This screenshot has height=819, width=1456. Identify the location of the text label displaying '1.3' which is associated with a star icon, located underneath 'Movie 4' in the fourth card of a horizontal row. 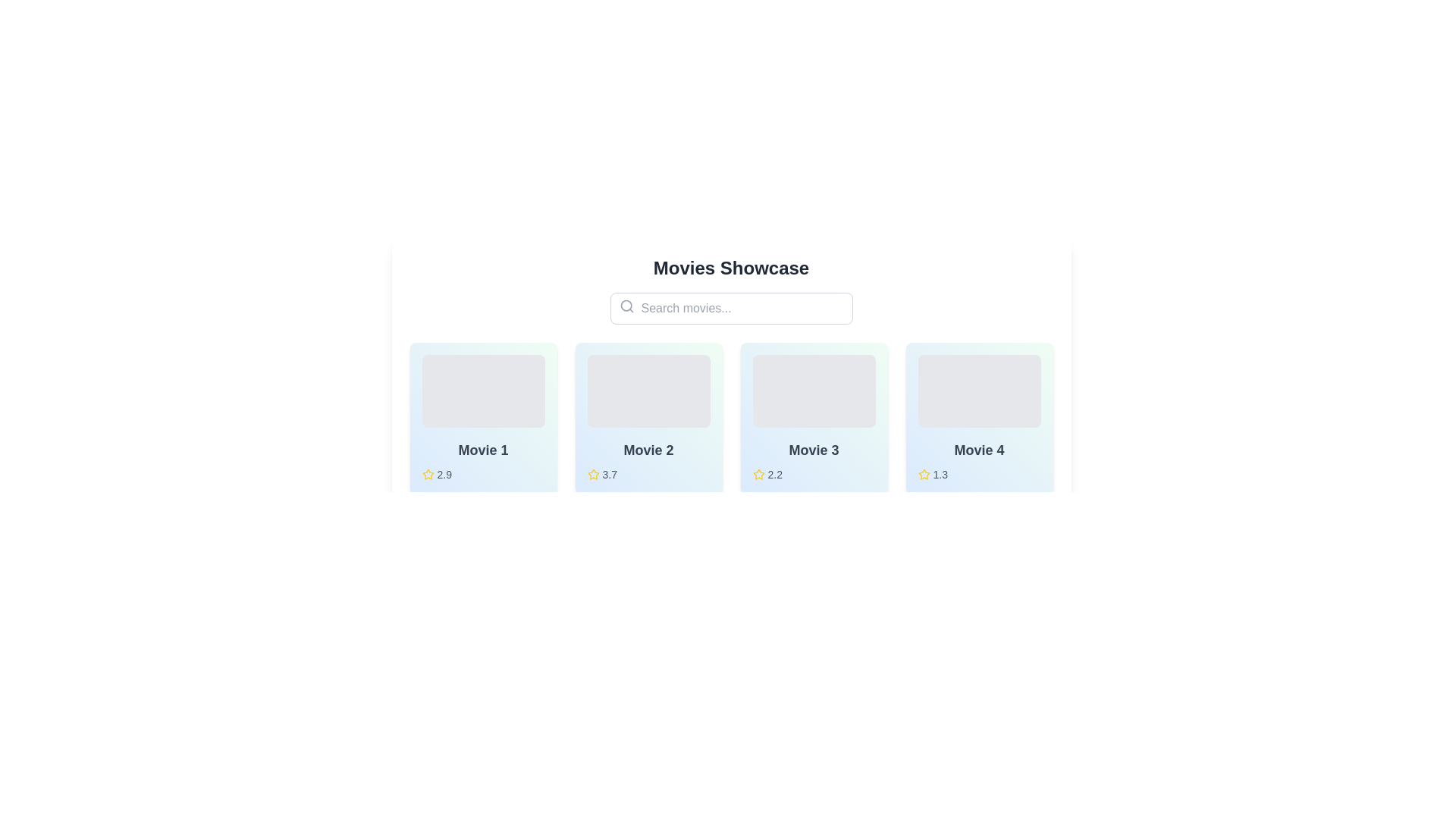
(940, 473).